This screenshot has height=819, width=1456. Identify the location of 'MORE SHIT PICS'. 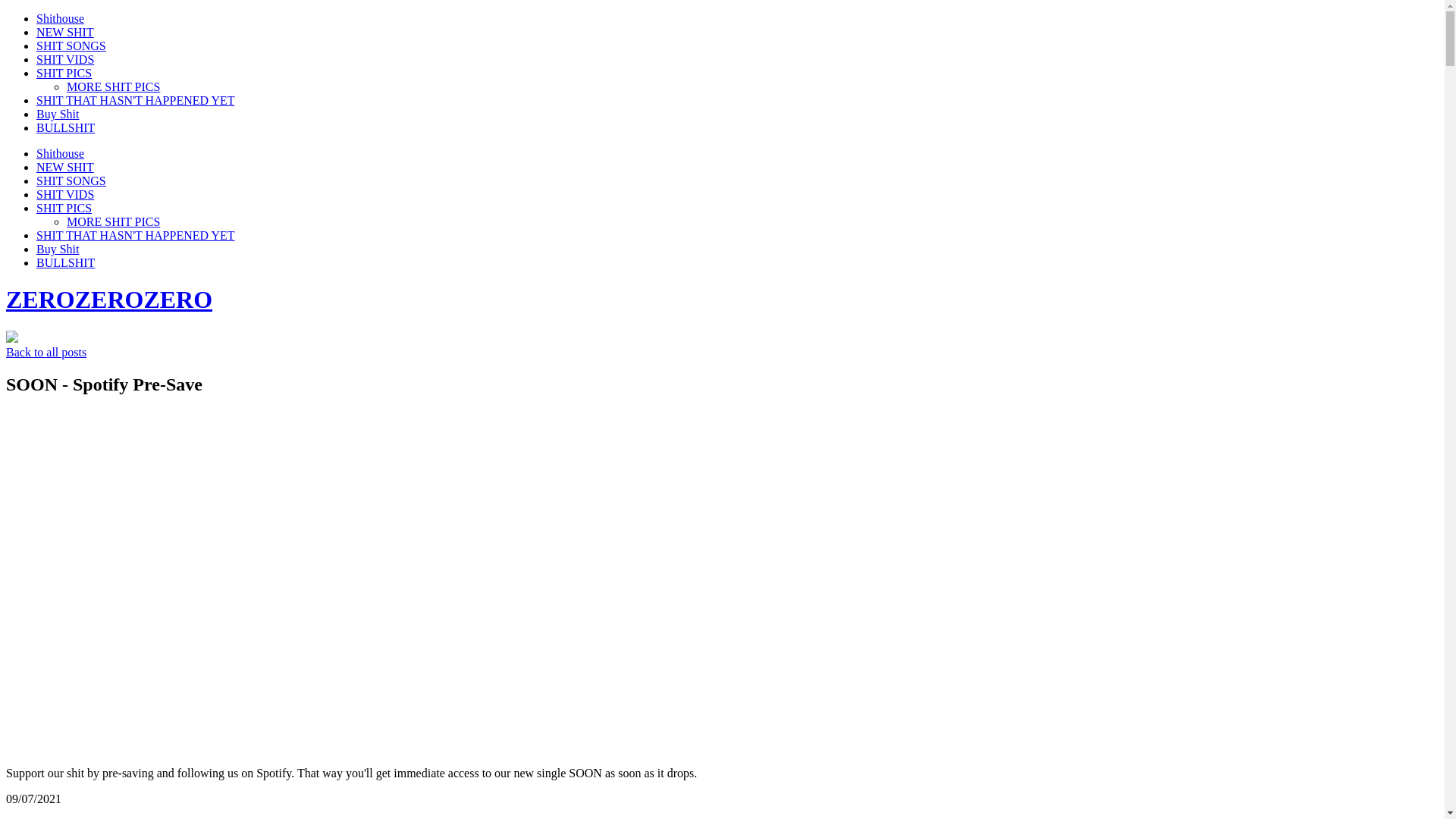
(65, 86).